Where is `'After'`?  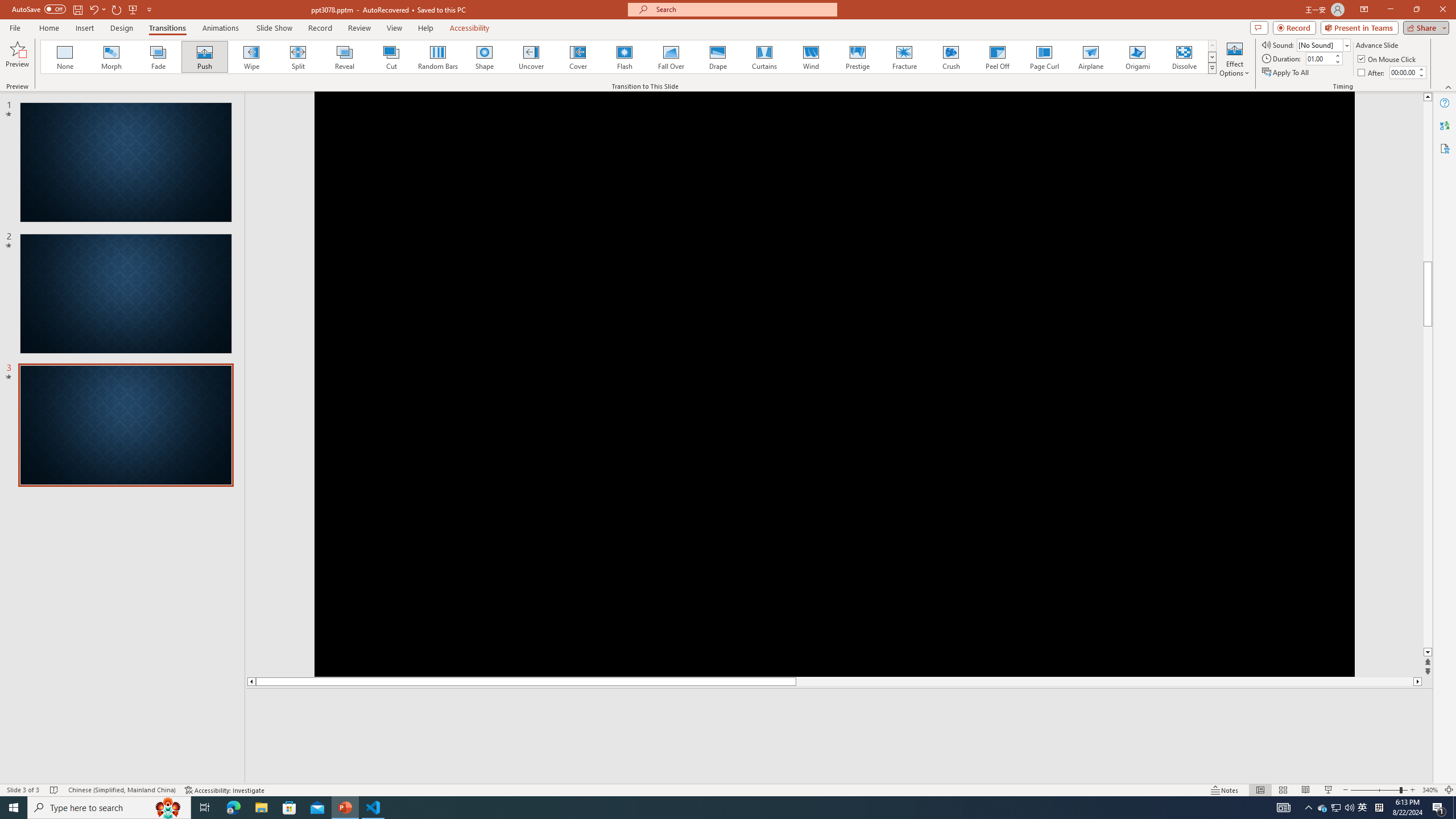 'After' is located at coordinates (1403, 72).